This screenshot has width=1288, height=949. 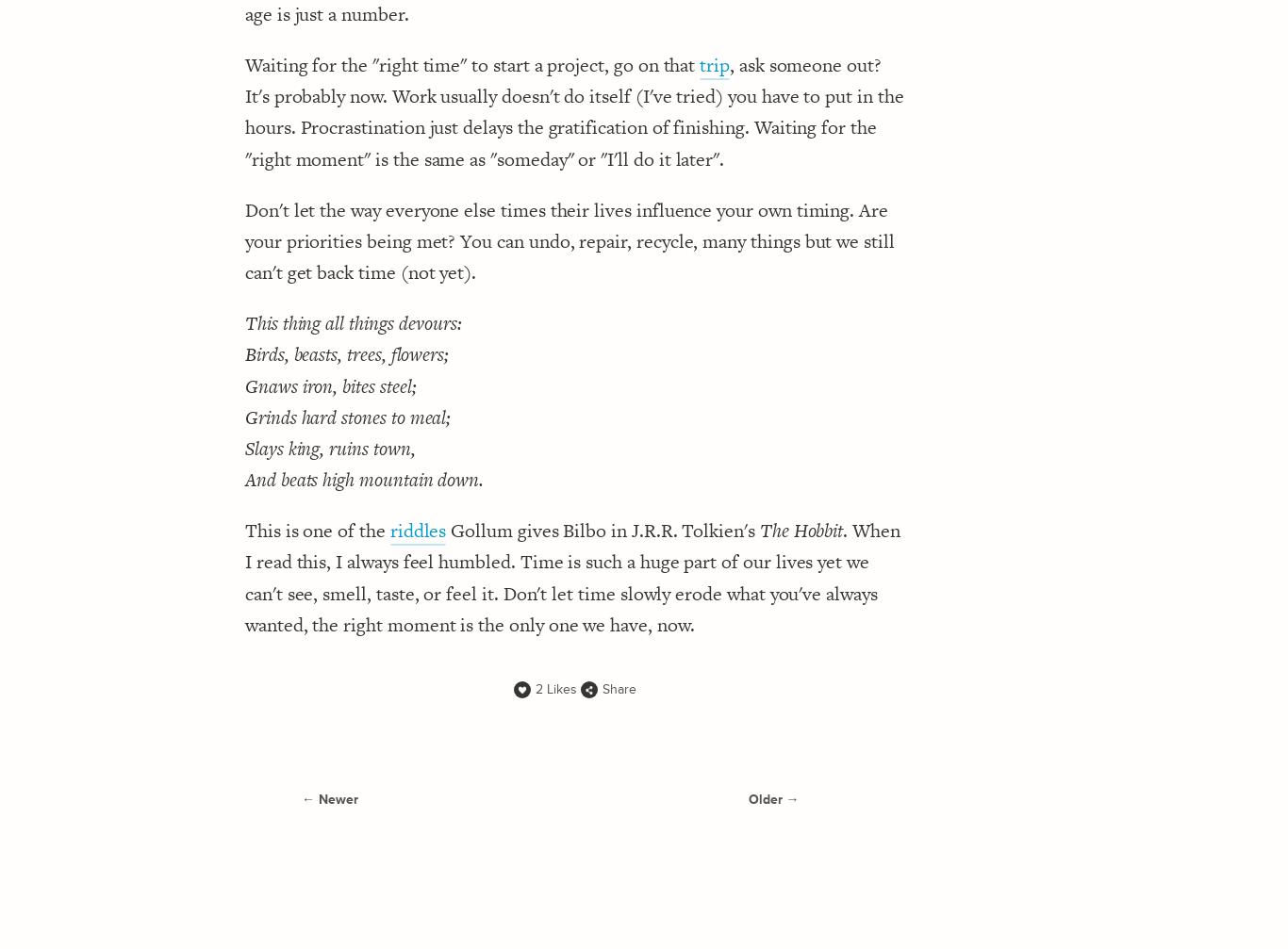 I want to click on 'Waiting for the "right time" to start a project, go on that', so click(x=472, y=64).